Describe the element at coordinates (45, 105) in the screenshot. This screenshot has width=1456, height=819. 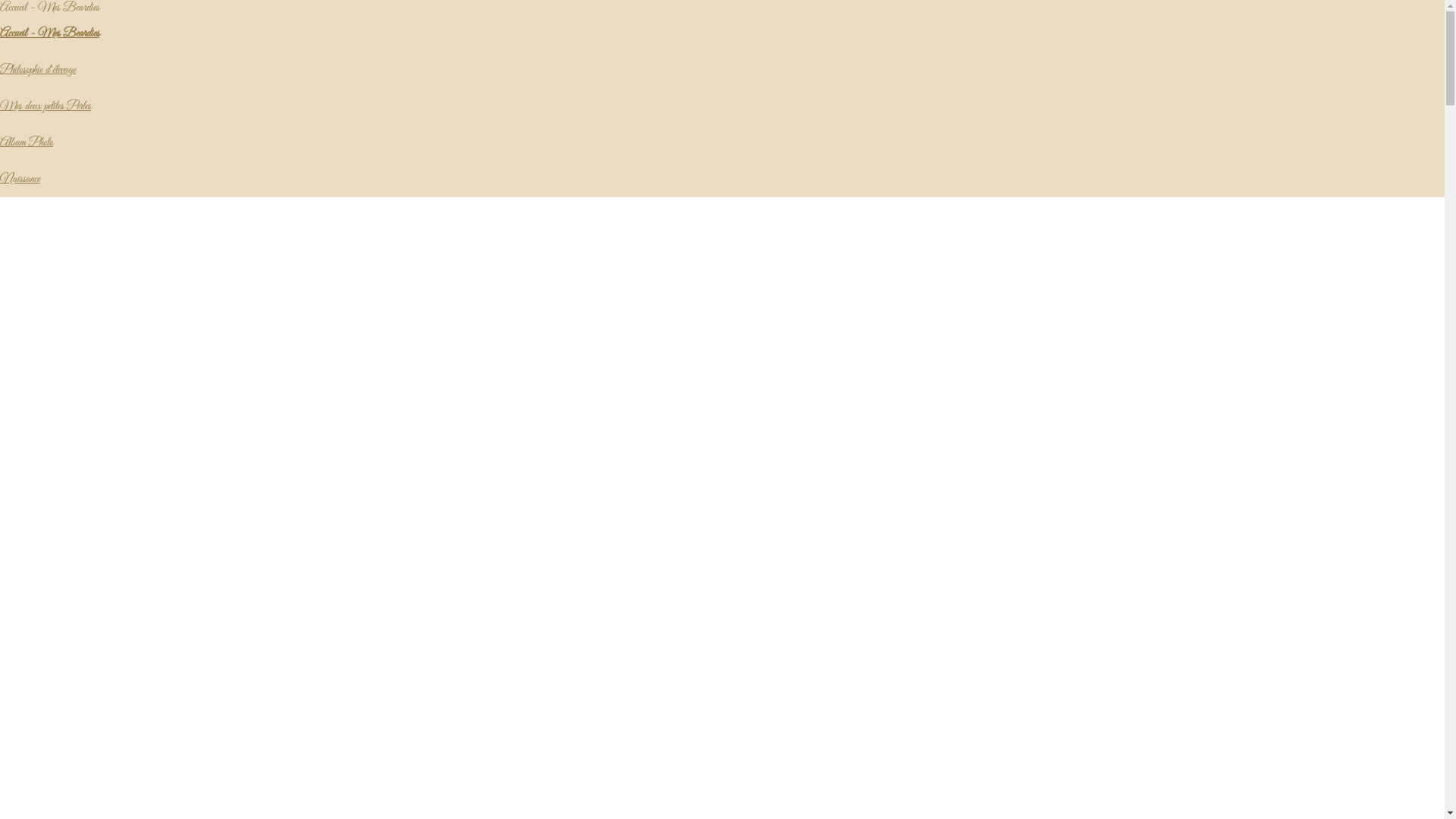
I see `'Mes deux petites Perles'` at that location.